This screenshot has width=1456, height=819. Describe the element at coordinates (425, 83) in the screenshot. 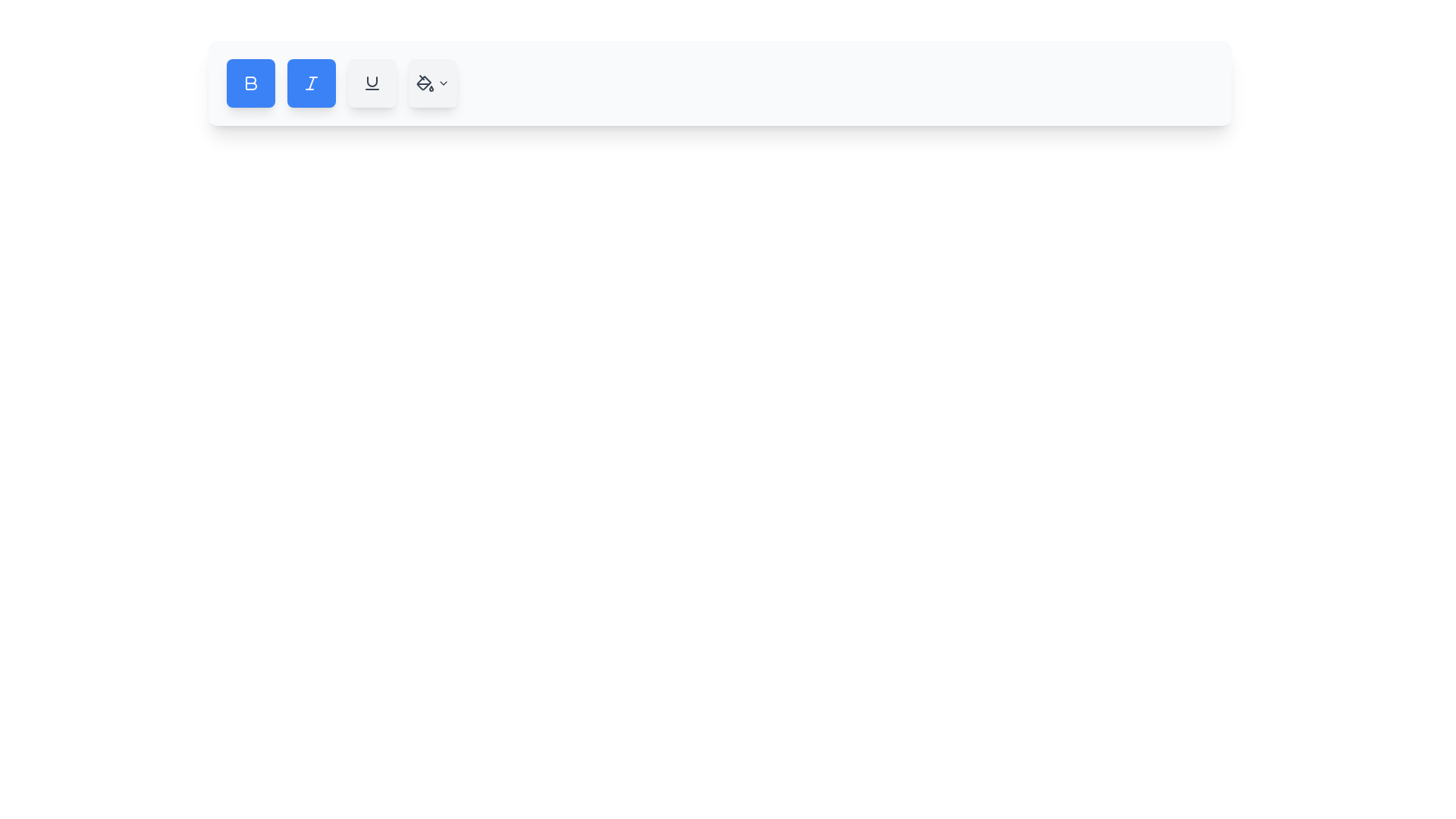

I see `the paint bucket button located in the toolbar` at that location.